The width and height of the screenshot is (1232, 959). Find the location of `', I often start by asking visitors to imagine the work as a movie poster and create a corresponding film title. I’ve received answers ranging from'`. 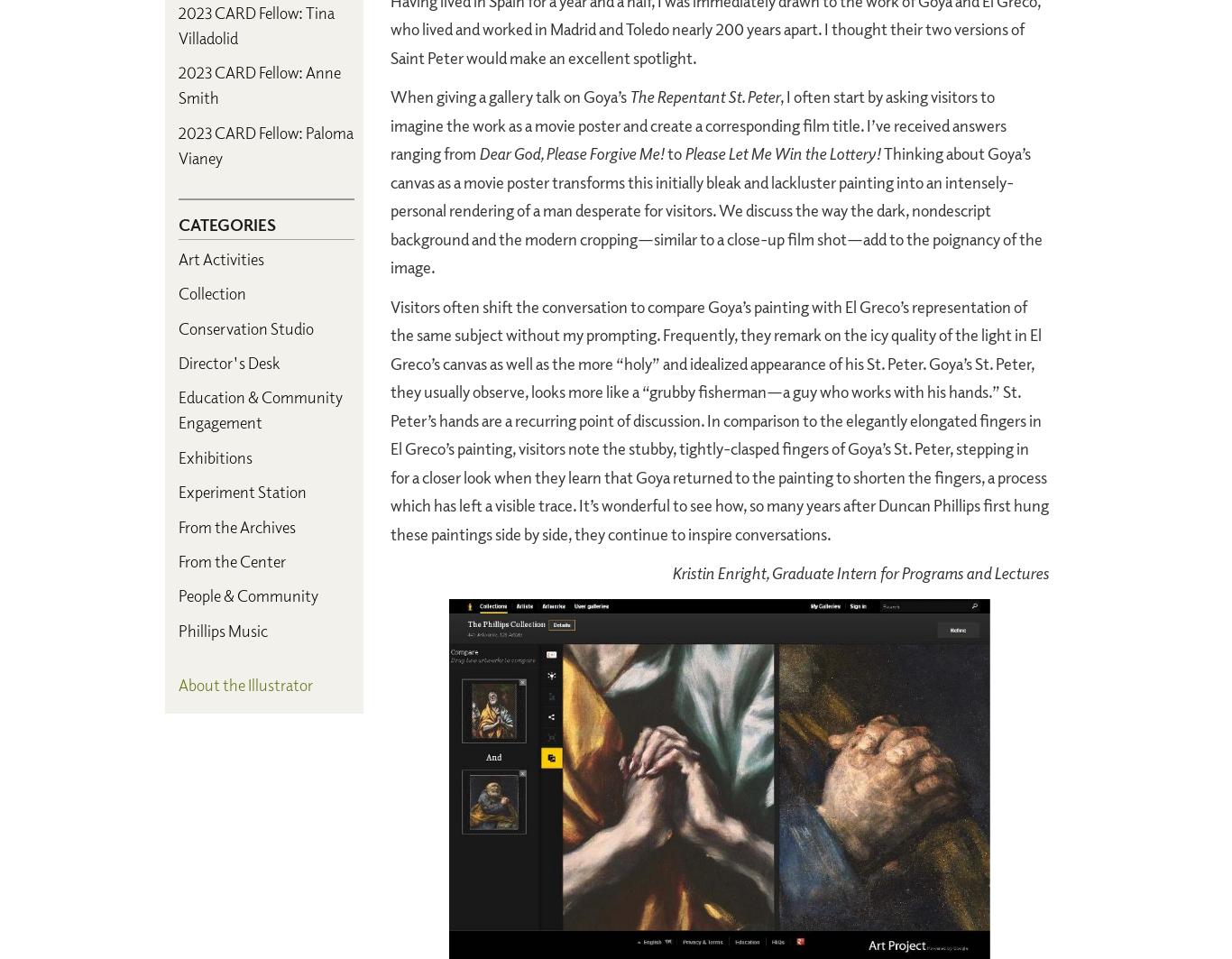

', I often start by asking visitors to imagine the work as a movie poster and create a corresponding film title. I’ve received answers ranging from' is located at coordinates (698, 124).